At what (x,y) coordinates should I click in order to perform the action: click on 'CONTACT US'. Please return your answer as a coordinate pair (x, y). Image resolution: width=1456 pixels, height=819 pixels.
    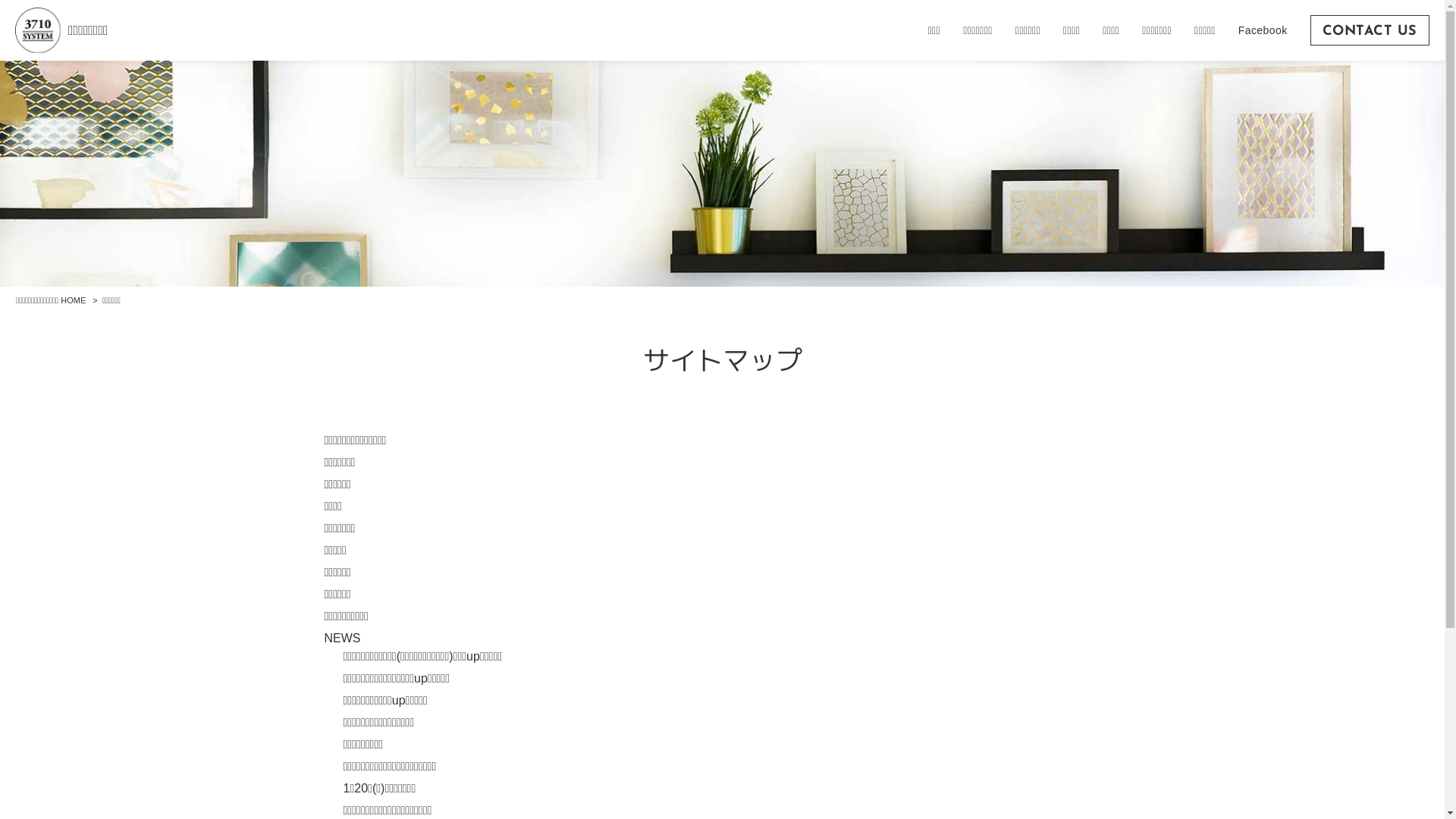
    Looking at the image, I should click on (1370, 30).